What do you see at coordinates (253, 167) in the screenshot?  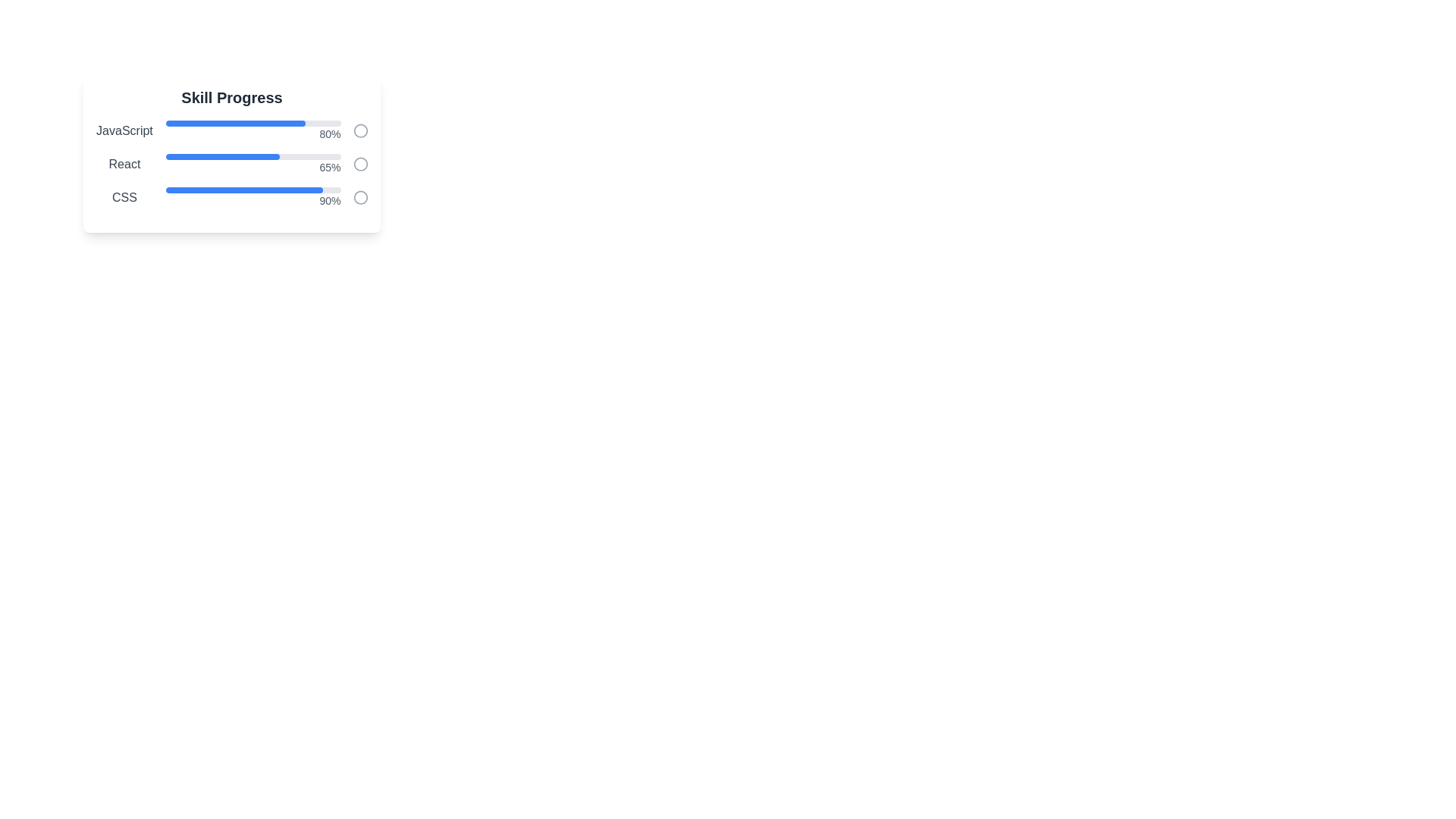 I see `the label displaying '65%' that indicates the progress of the 'React' skill, positioned to the right of the blue progress bar` at bounding box center [253, 167].